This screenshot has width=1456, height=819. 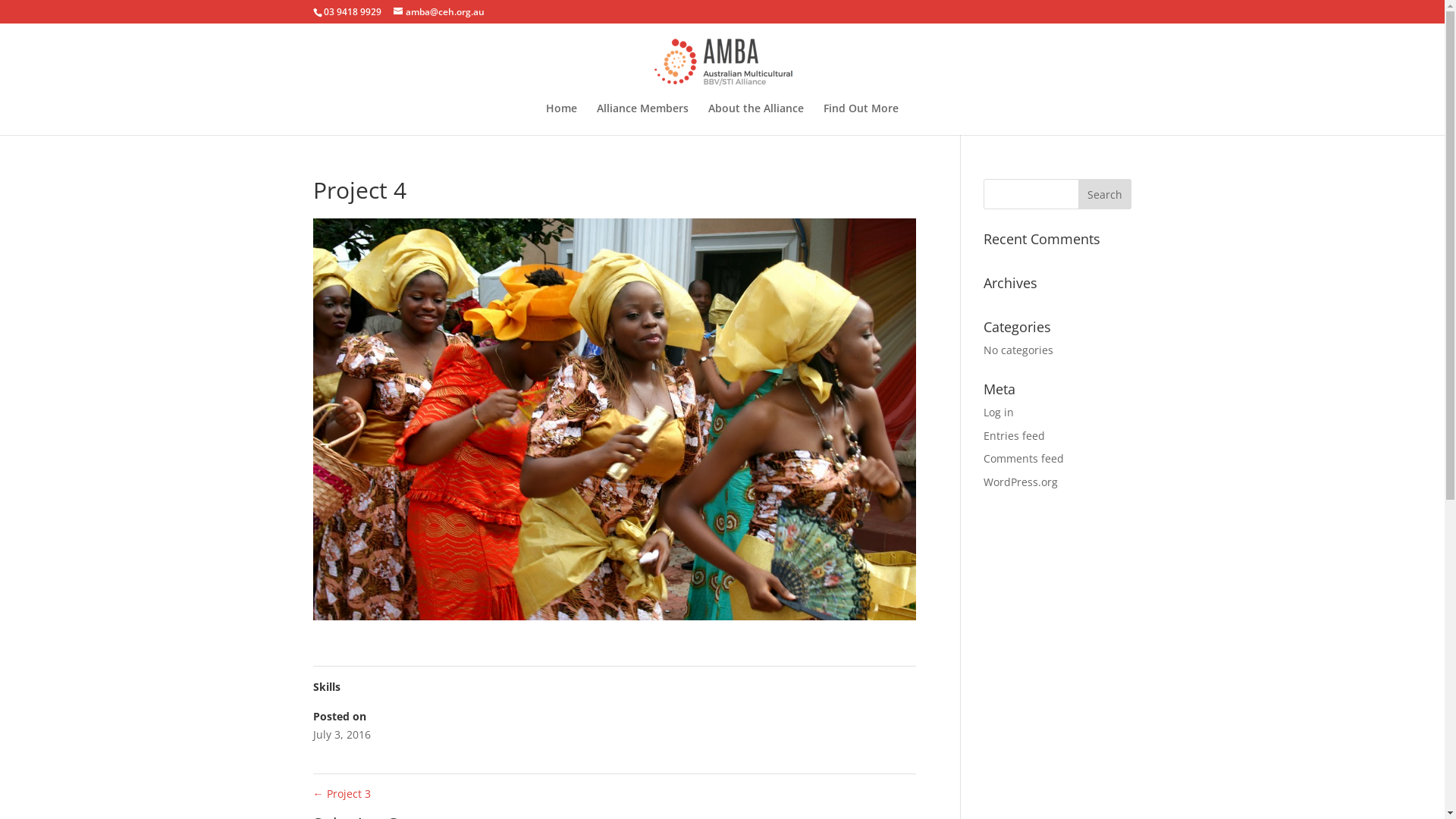 What do you see at coordinates (1020, 482) in the screenshot?
I see `'WordPress.org'` at bounding box center [1020, 482].